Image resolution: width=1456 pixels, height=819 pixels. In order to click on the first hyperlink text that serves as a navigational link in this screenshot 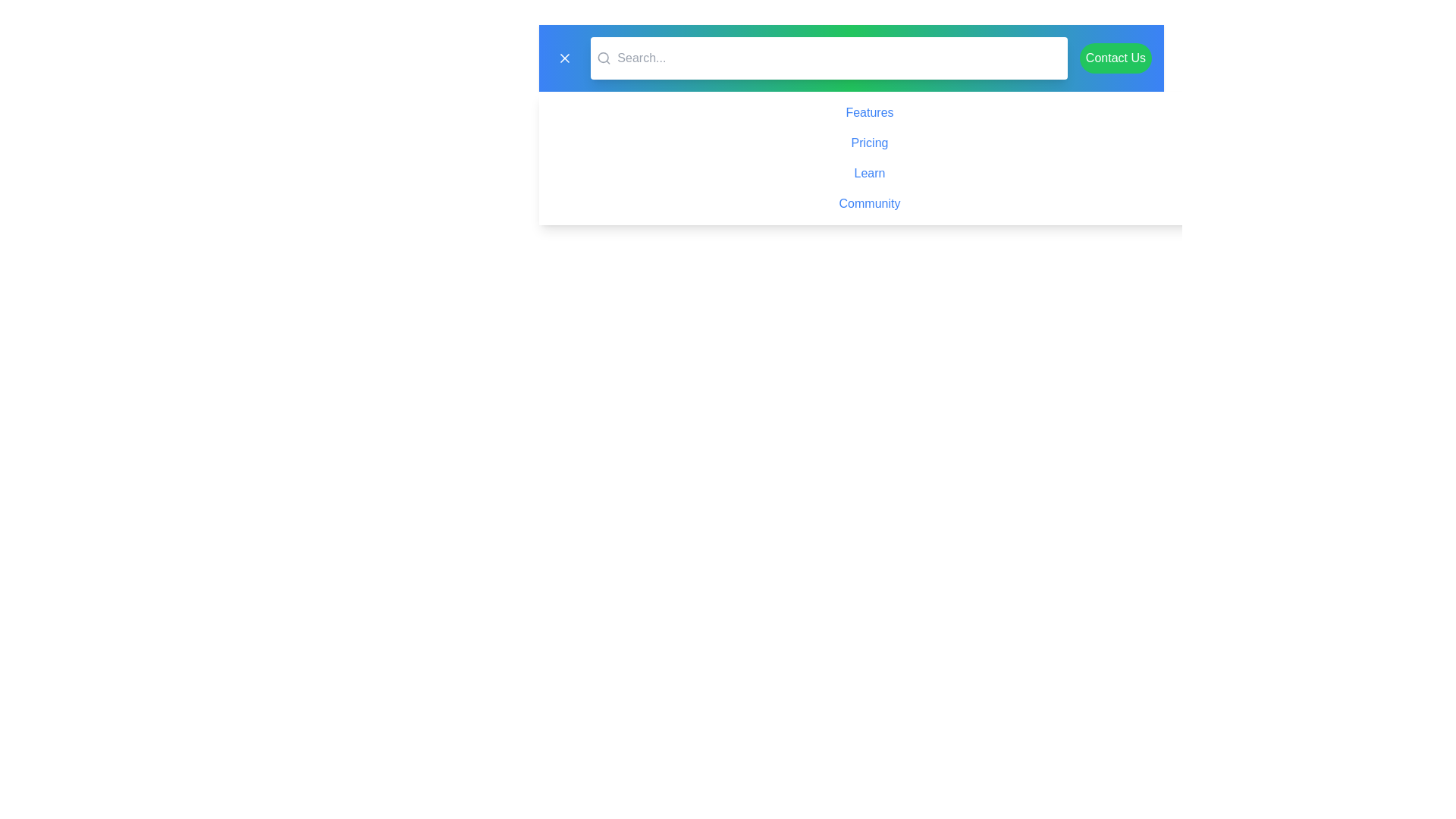, I will do `click(870, 112)`.